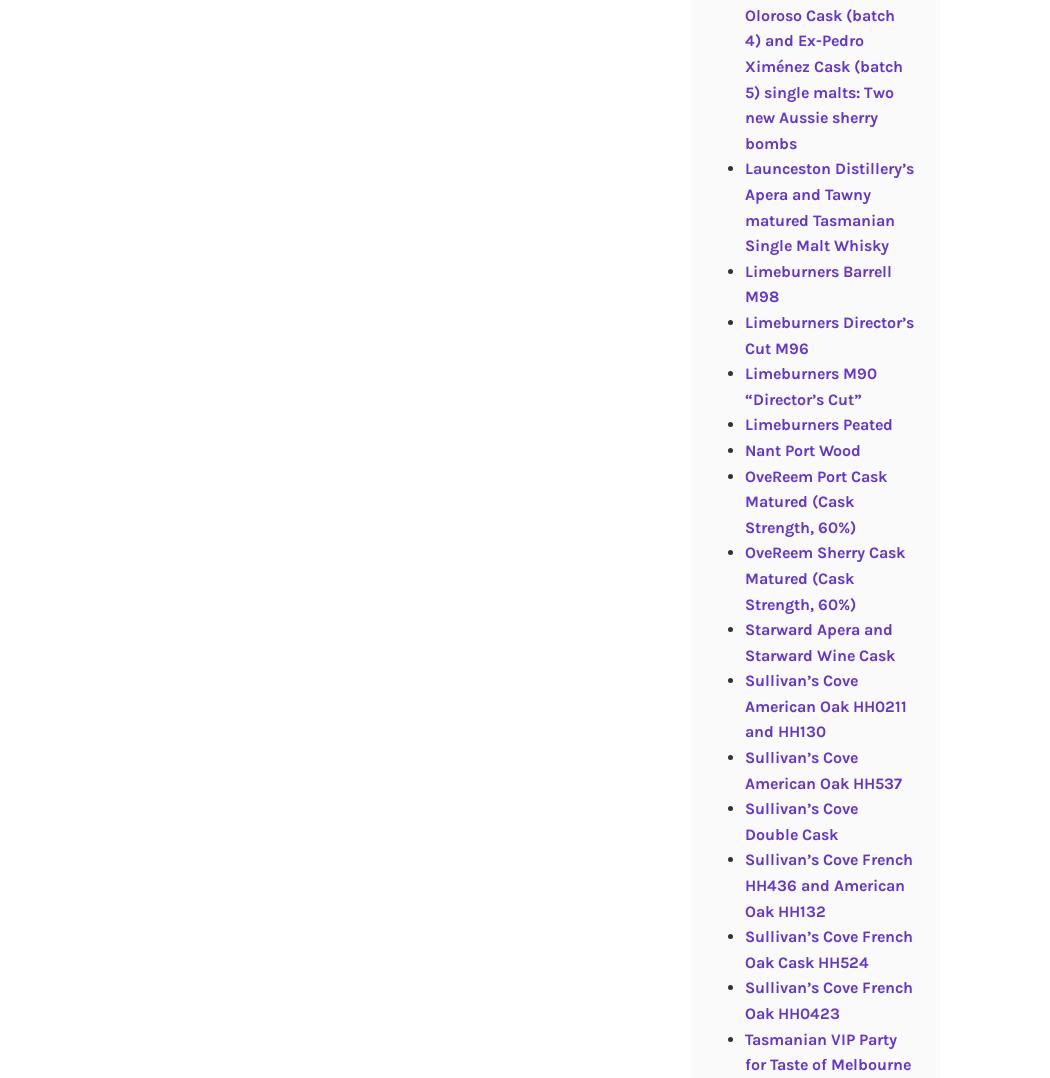 This screenshot has width=1050, height=1078. What do you see at coordinates (828, 333) in the screenshot?
I see `'Limeburners Director’s Cut M96'` at bounding box center [828, 333].